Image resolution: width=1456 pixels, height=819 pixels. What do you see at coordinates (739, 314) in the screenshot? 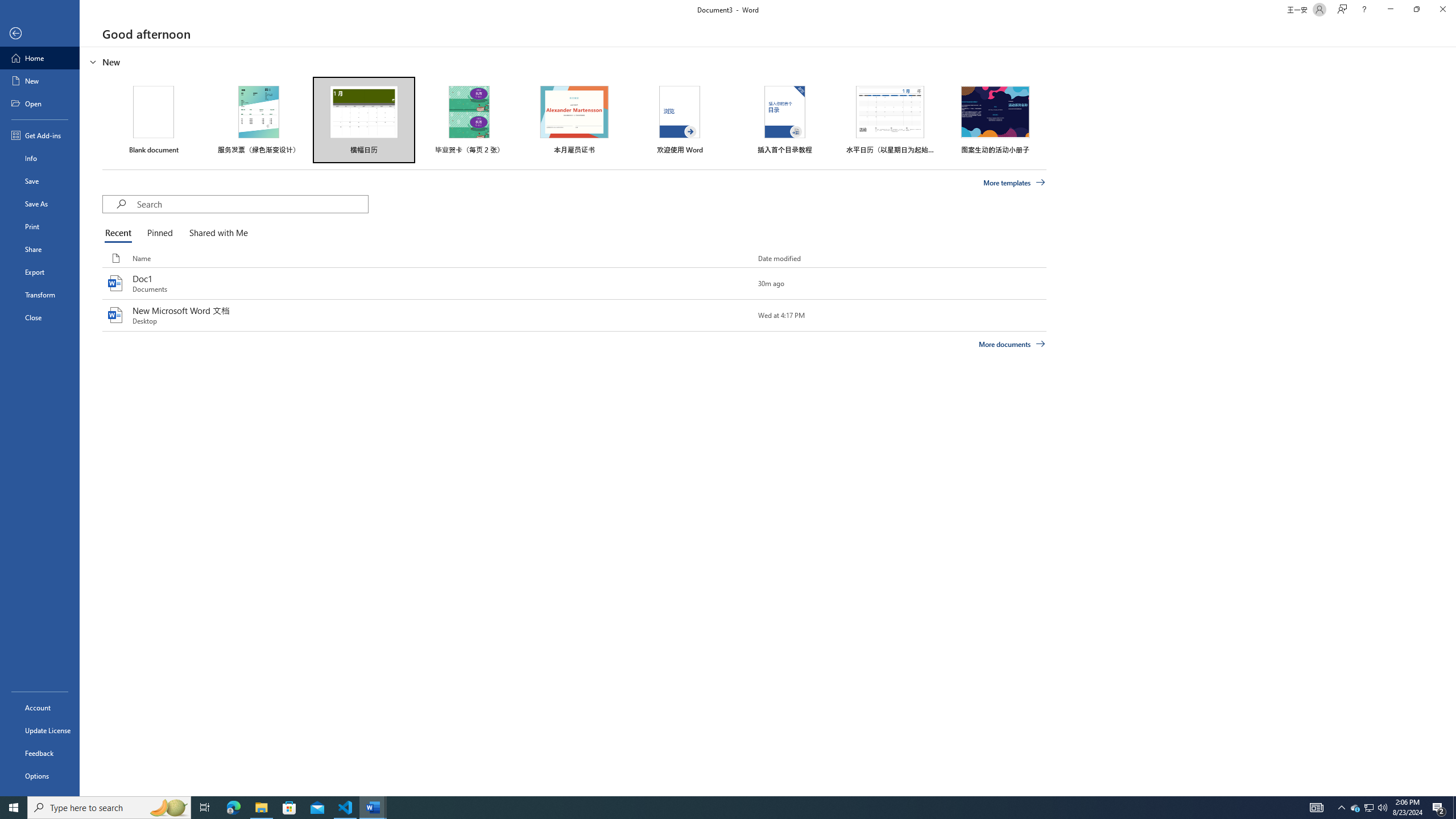
I see `'Pin this item to the list'` at bounding box center [739, 314].